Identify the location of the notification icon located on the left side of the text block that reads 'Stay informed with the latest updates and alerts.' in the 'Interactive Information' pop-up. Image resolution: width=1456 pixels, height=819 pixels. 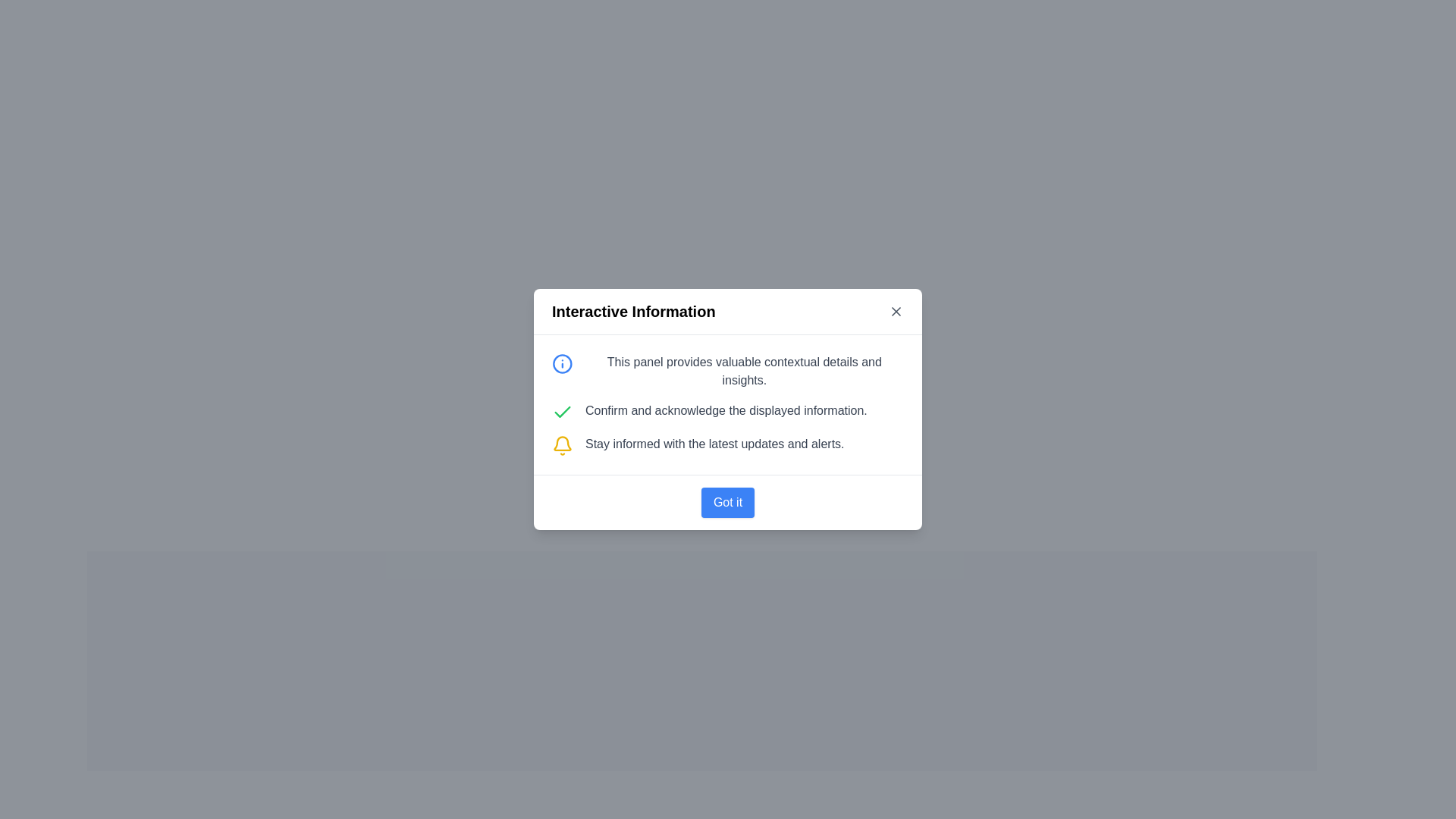
(562, 444).